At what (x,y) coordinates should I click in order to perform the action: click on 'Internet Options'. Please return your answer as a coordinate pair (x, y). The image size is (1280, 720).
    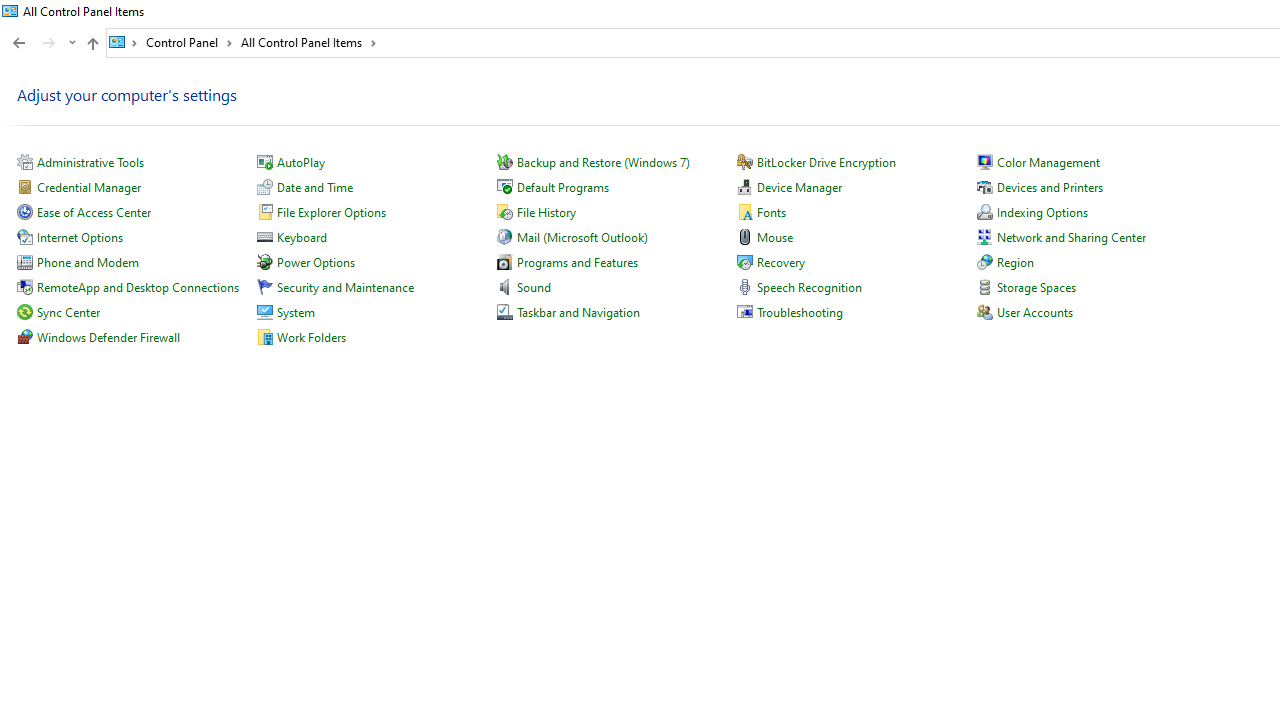
    Looking at the image, I should click on (80, 236).